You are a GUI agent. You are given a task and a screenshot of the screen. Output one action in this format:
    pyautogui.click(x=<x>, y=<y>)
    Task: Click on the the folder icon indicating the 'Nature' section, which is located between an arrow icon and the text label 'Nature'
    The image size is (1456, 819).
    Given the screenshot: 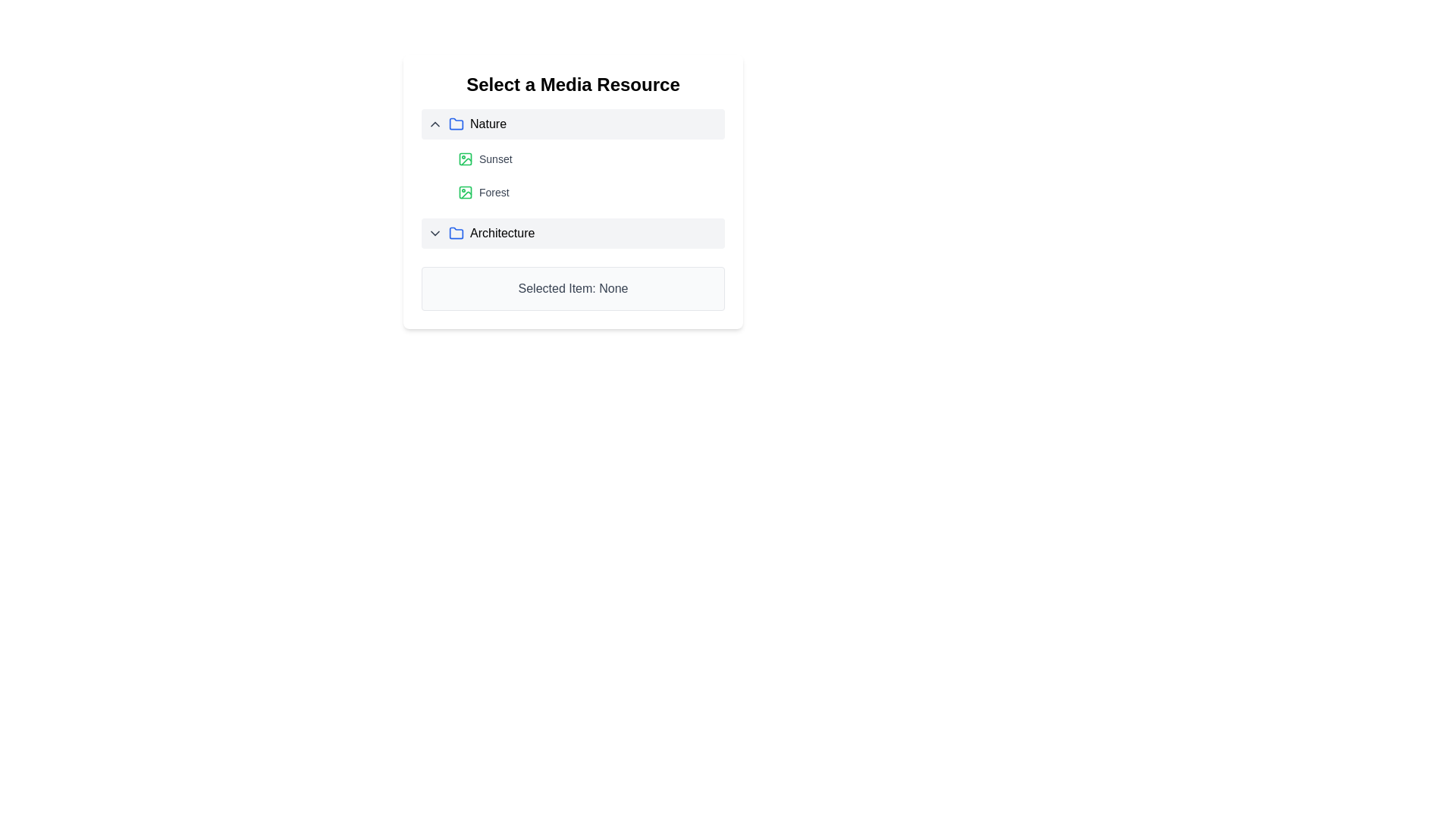 What is the action you would take?
    pyautogui.click(x=455, y=124)
    